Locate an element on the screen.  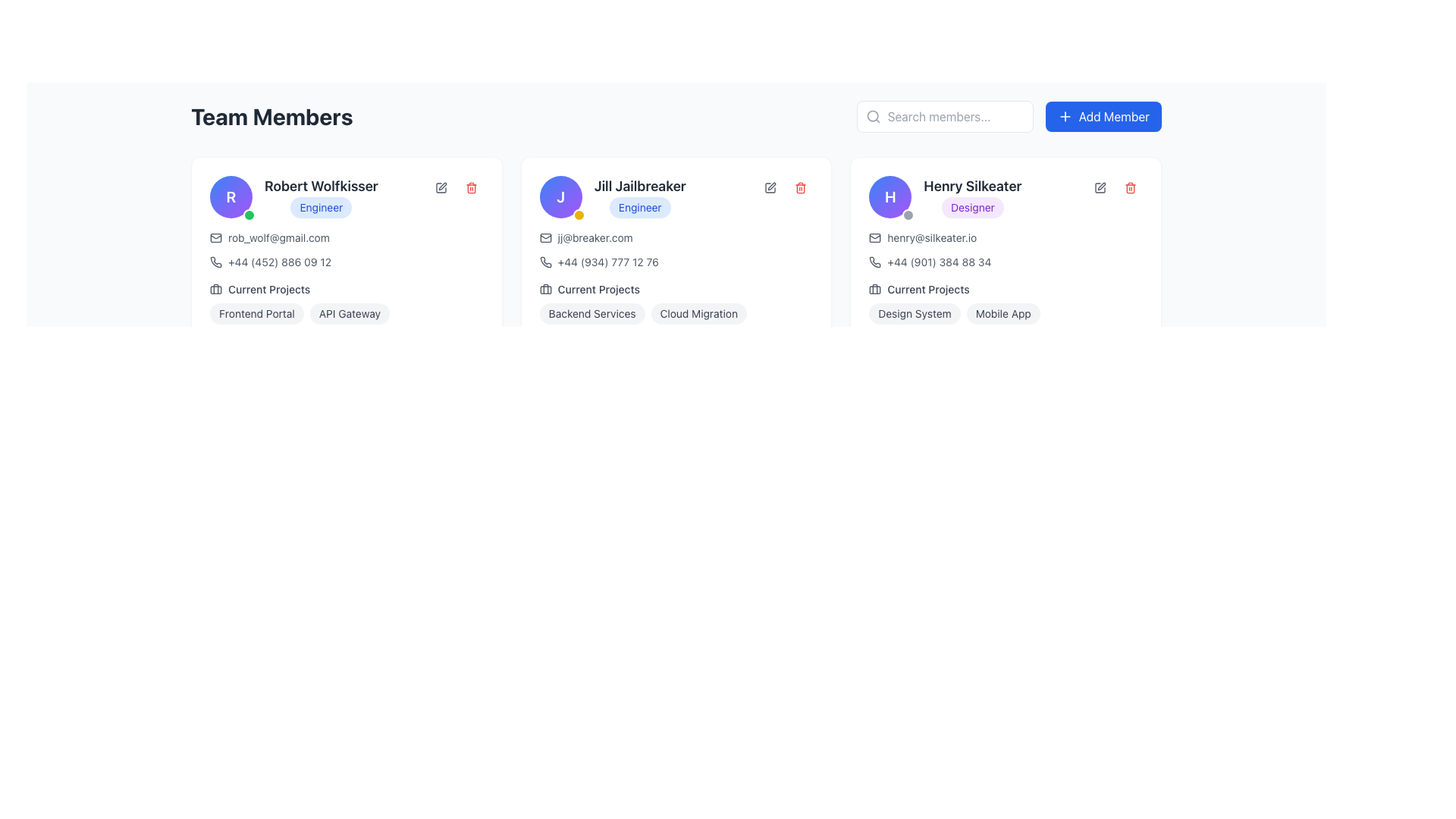
the 'API Gateway' badge in the List component under the 'Current Projects' heading for user Robert Wolfkisser is located at coordinates (345, 303).